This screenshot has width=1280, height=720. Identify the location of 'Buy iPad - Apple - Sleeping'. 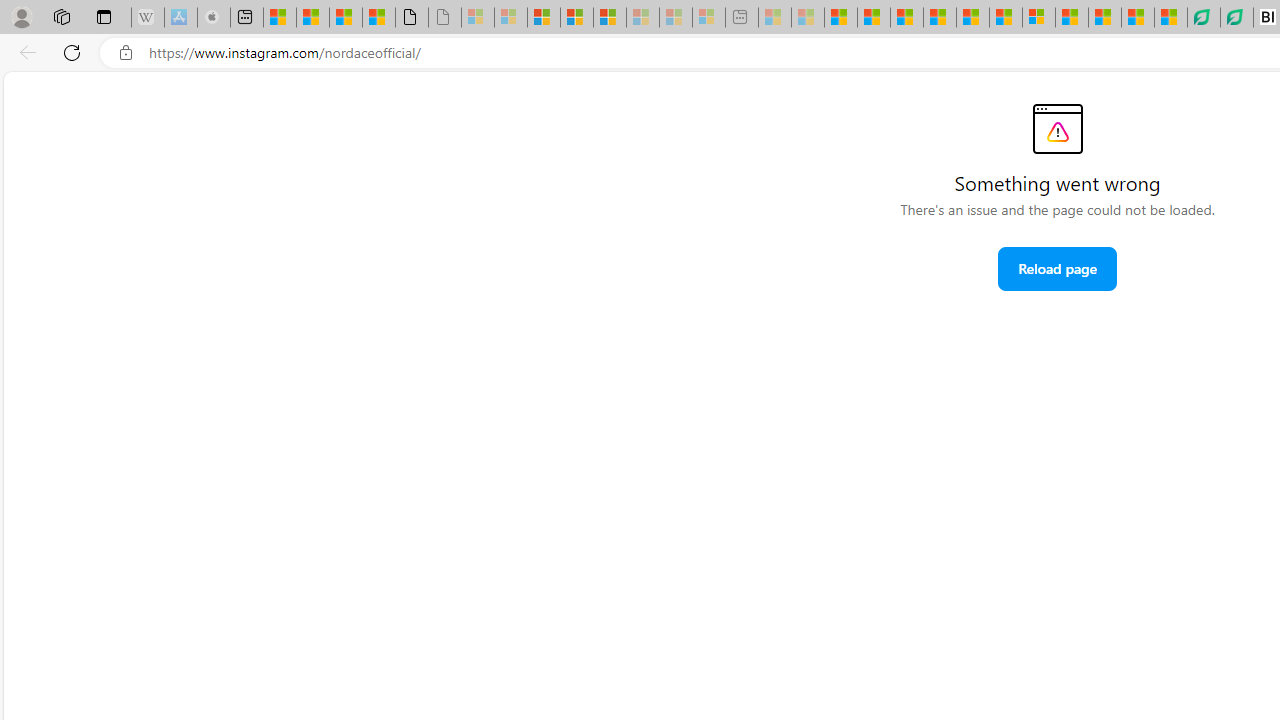
(214, 17).